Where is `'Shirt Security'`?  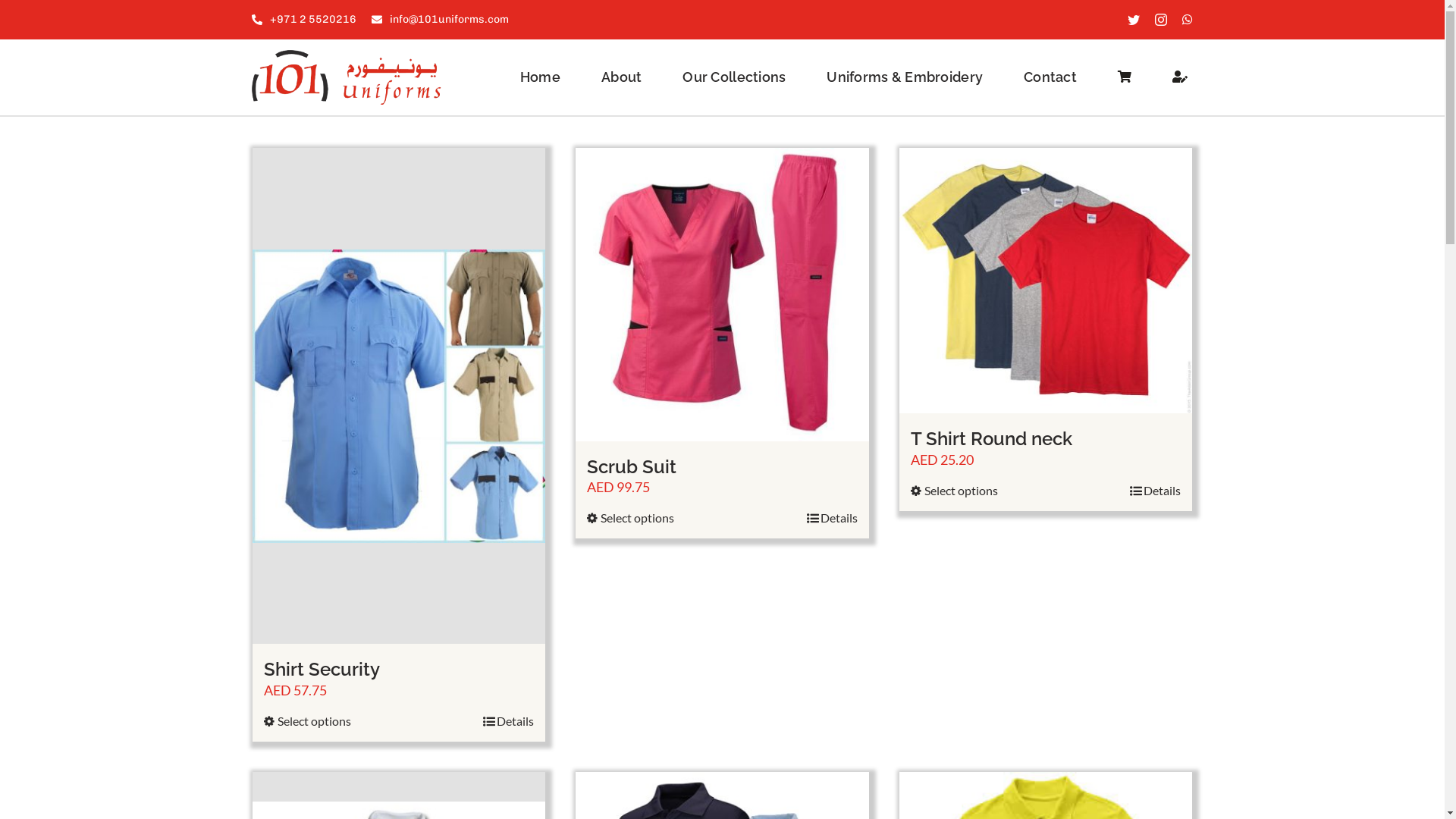
'Shirt Security' is located at coordinates (321, 668).